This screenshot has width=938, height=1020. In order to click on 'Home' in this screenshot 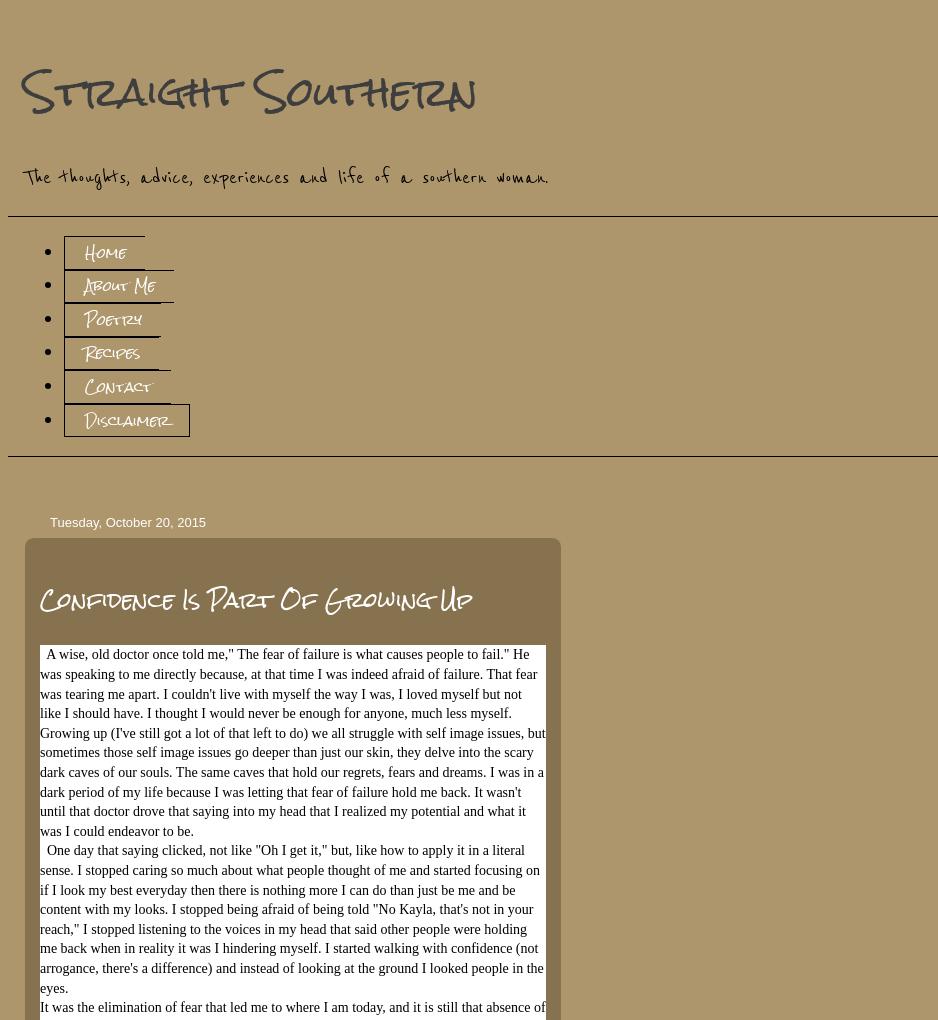, I will do `click(103, 251)`.